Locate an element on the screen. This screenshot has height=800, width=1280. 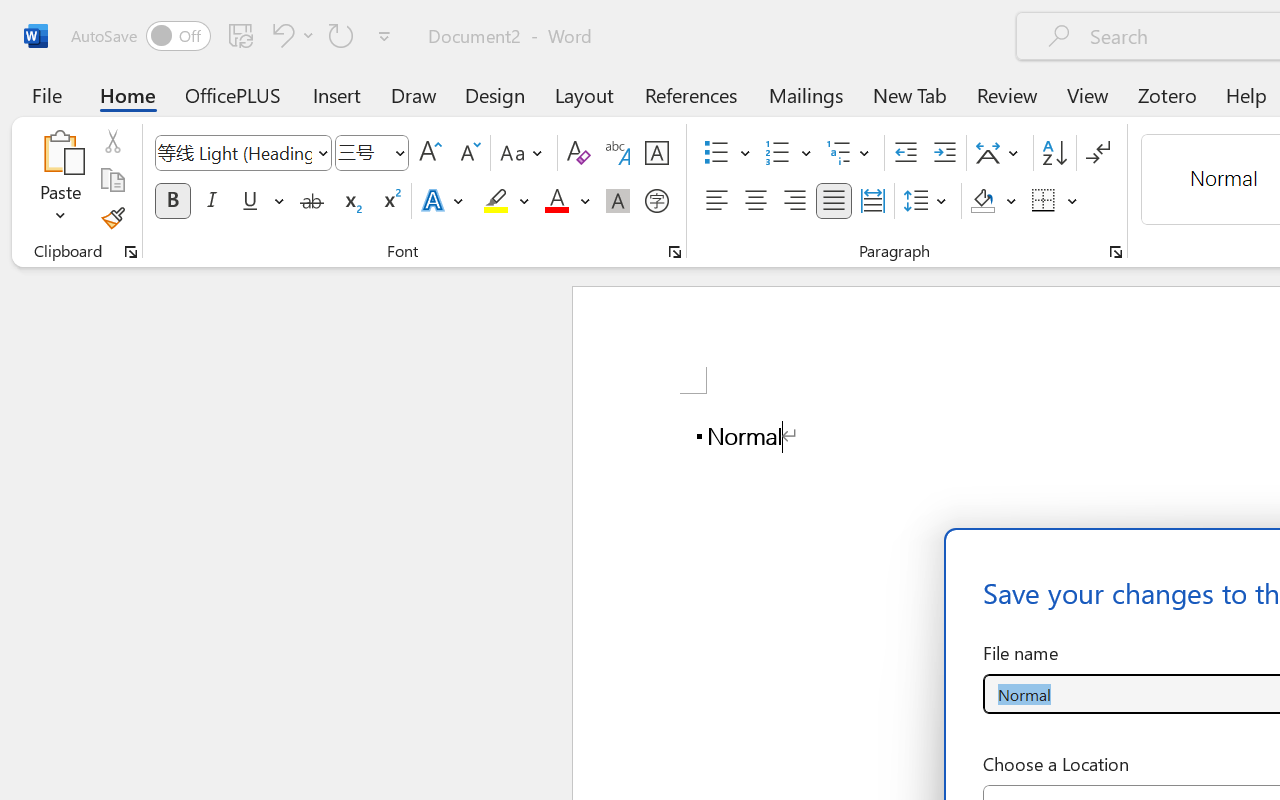
'Format Painter' is located at coordinates (111, 218).